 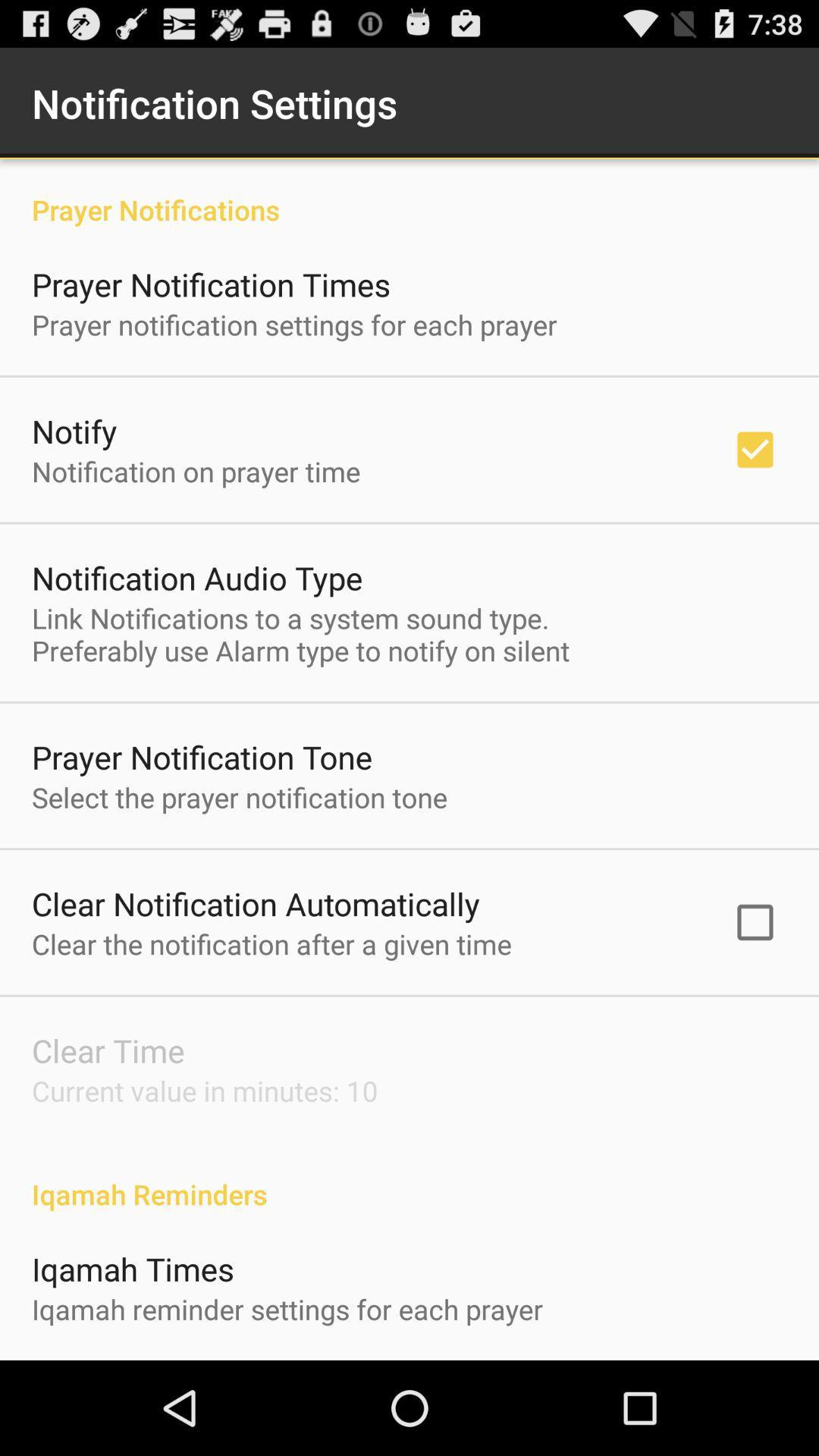 What do you see at coordinates (287, 1308) in the screenshot?
I see `the item below iqamah times item` at bounding box center [287, 1308].